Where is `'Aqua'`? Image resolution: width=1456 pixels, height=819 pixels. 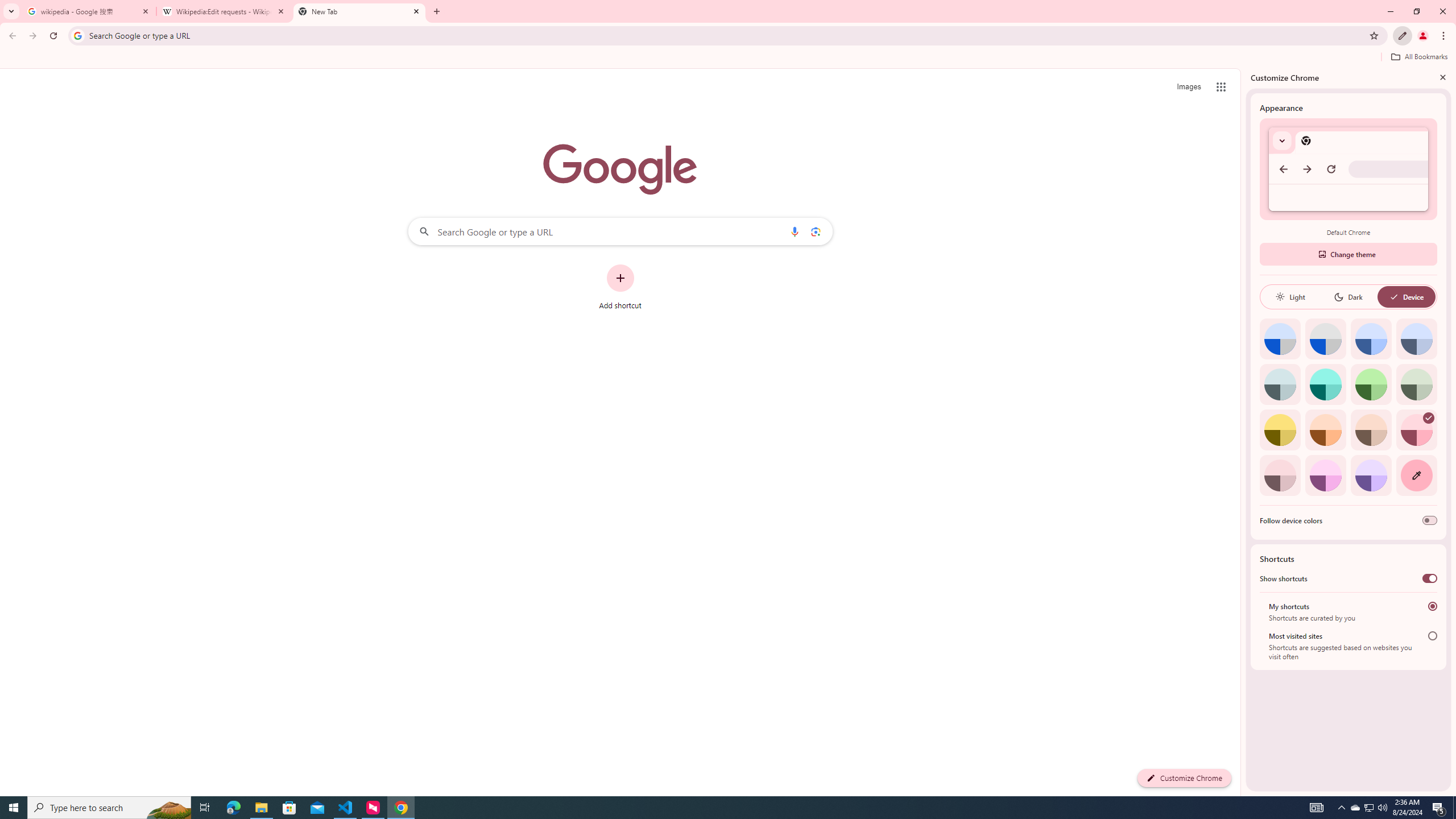
'Aqua' is located at coordinates (1325, 383).